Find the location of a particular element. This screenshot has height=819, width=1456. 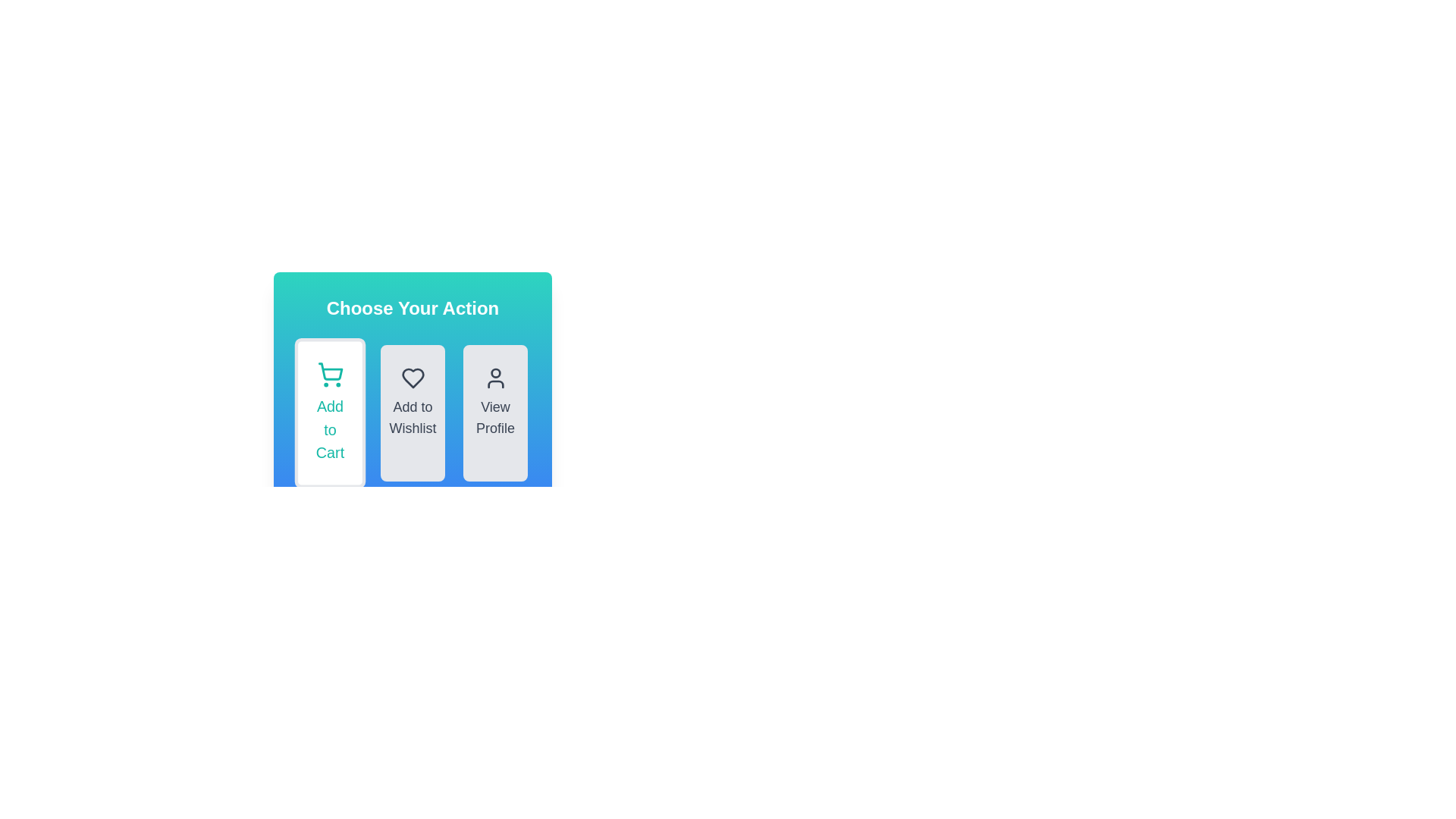

the button that adds an item to the user's wishlist, located between the 'Add to Cart' and 'View Profile' buttons is located at coordinates (413, 388).